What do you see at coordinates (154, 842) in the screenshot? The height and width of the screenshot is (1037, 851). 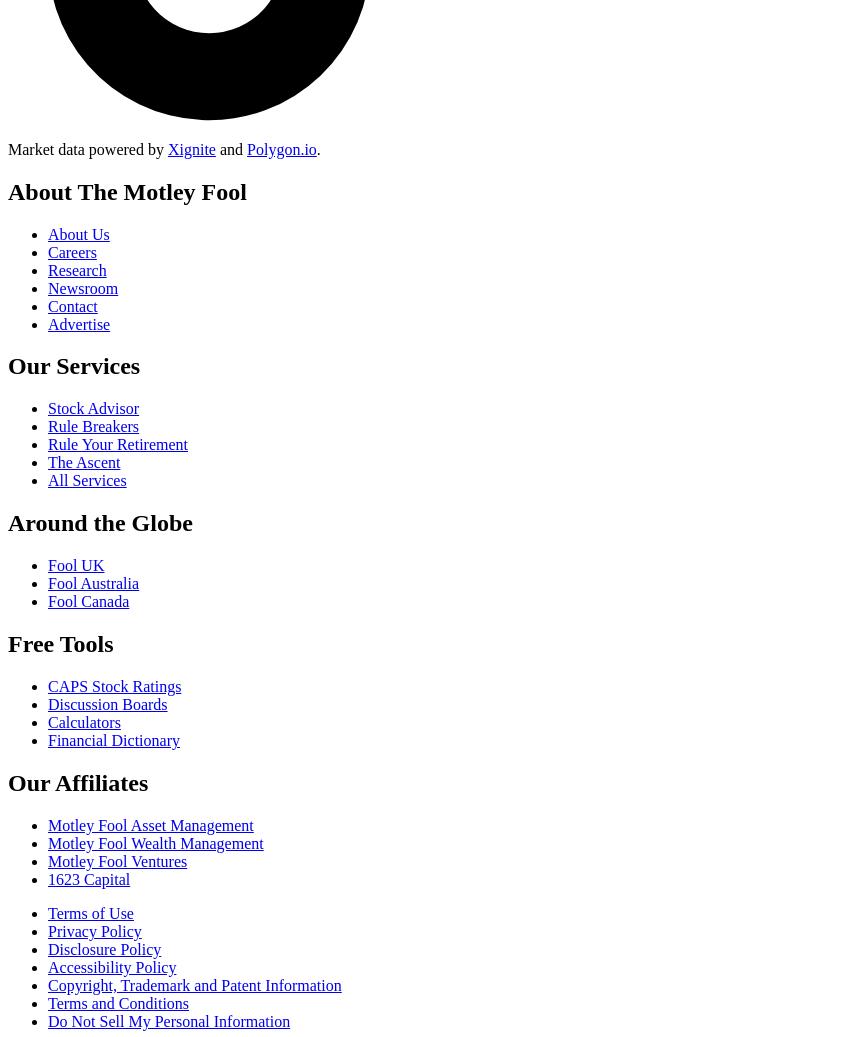 I see `'Motley Fool Wealth Management'` at bounding box center [154, 842].